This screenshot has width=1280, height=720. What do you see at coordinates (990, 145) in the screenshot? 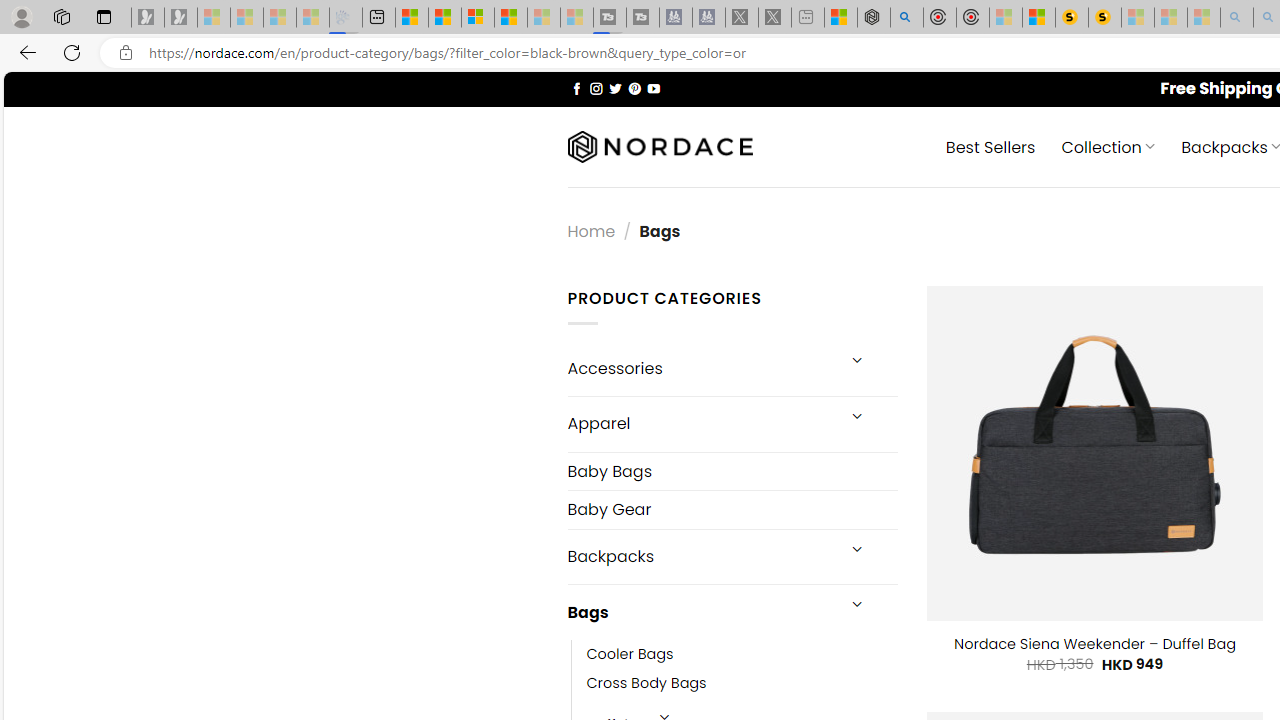
I see `'  Best Sellers'` at bounding box center [990, 145].